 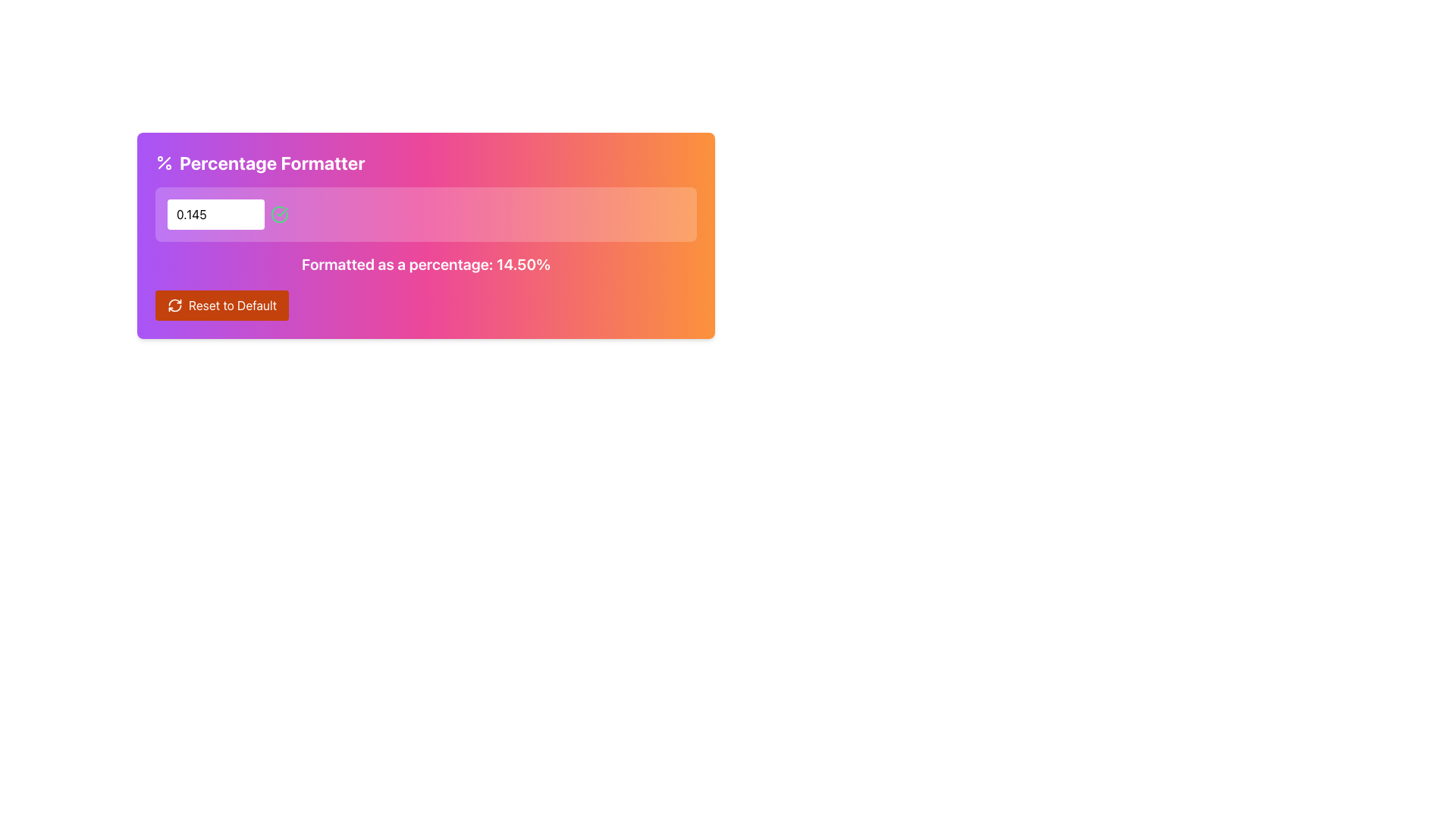 I want to click on validation icon that signifies successful completion, located to the right of the input field within a gradient panel, so click(x=280, y=214).